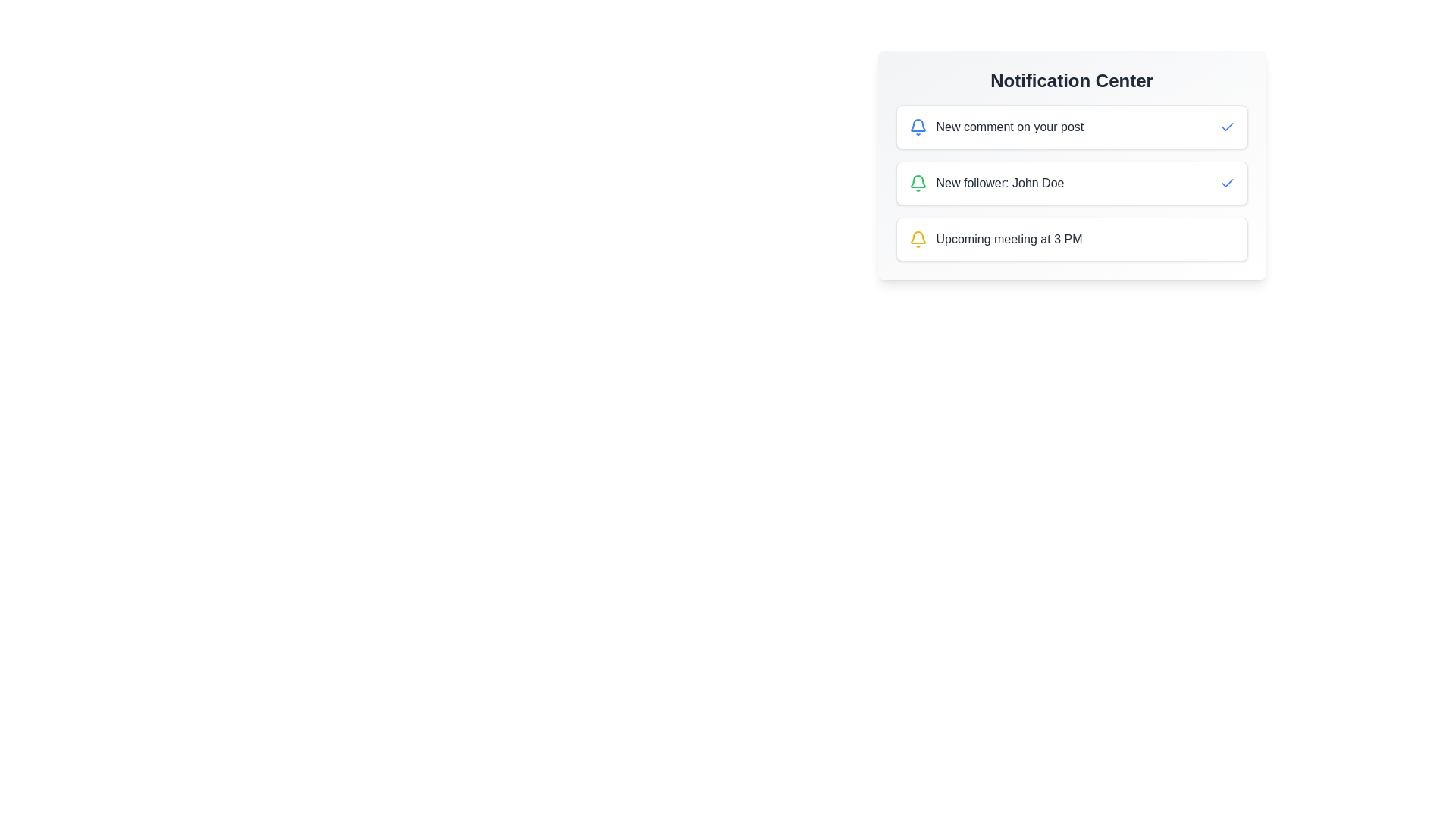 This screenshot has height=819, width=1456. Describe the element at coordinates (917, 239) in the screenshot. I see `the yellow bell icon with a rounded shape and bold outline located in the notification center, specifically to the immediate left of the text 'Upcoming meeting at 3 PM'` at that location.